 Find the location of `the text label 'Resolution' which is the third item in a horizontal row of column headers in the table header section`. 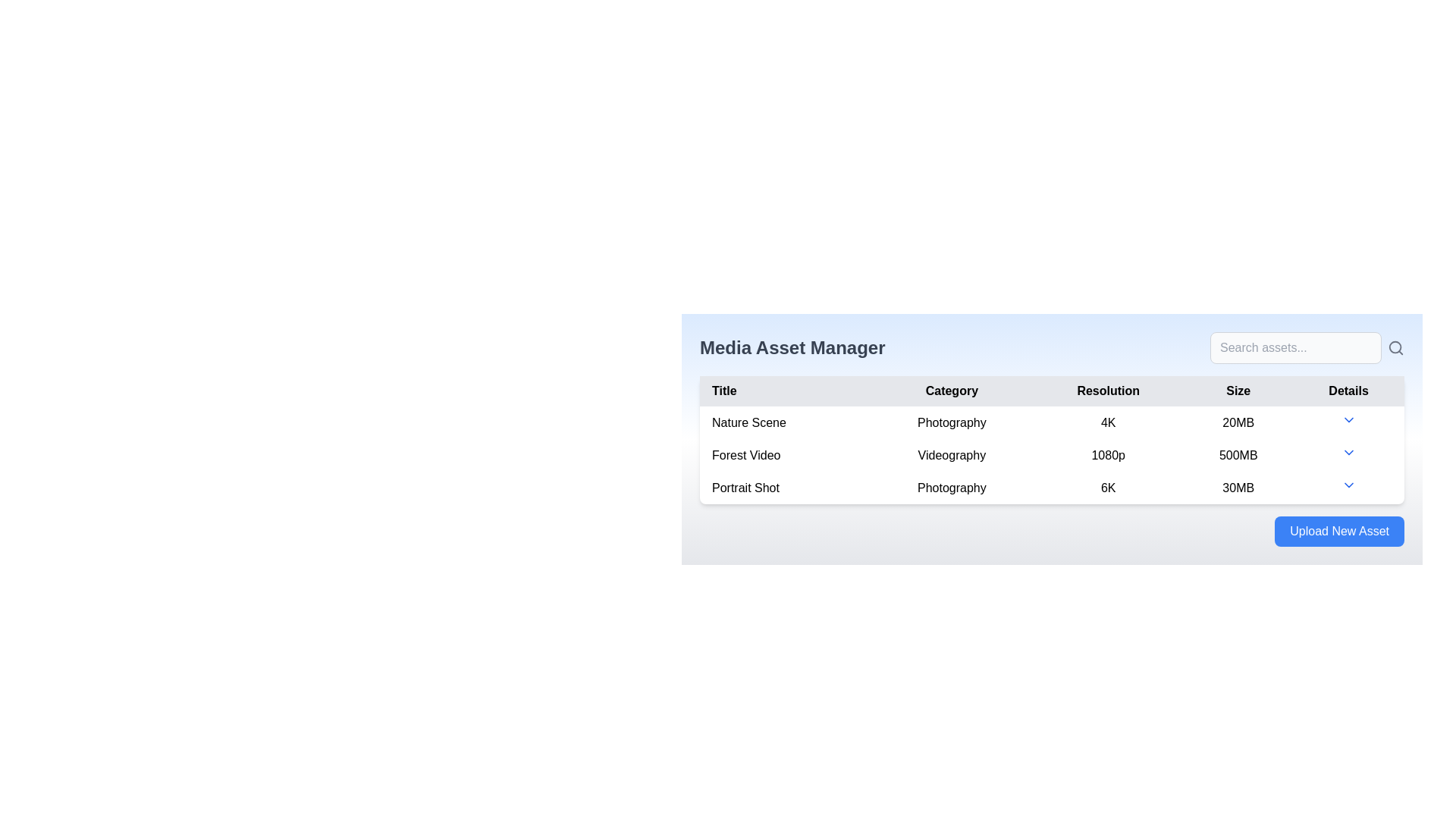

the text label 'Resolution' which is the third item in a horizontal row of column headers in the table header section is located at coordinates (1108, 391).